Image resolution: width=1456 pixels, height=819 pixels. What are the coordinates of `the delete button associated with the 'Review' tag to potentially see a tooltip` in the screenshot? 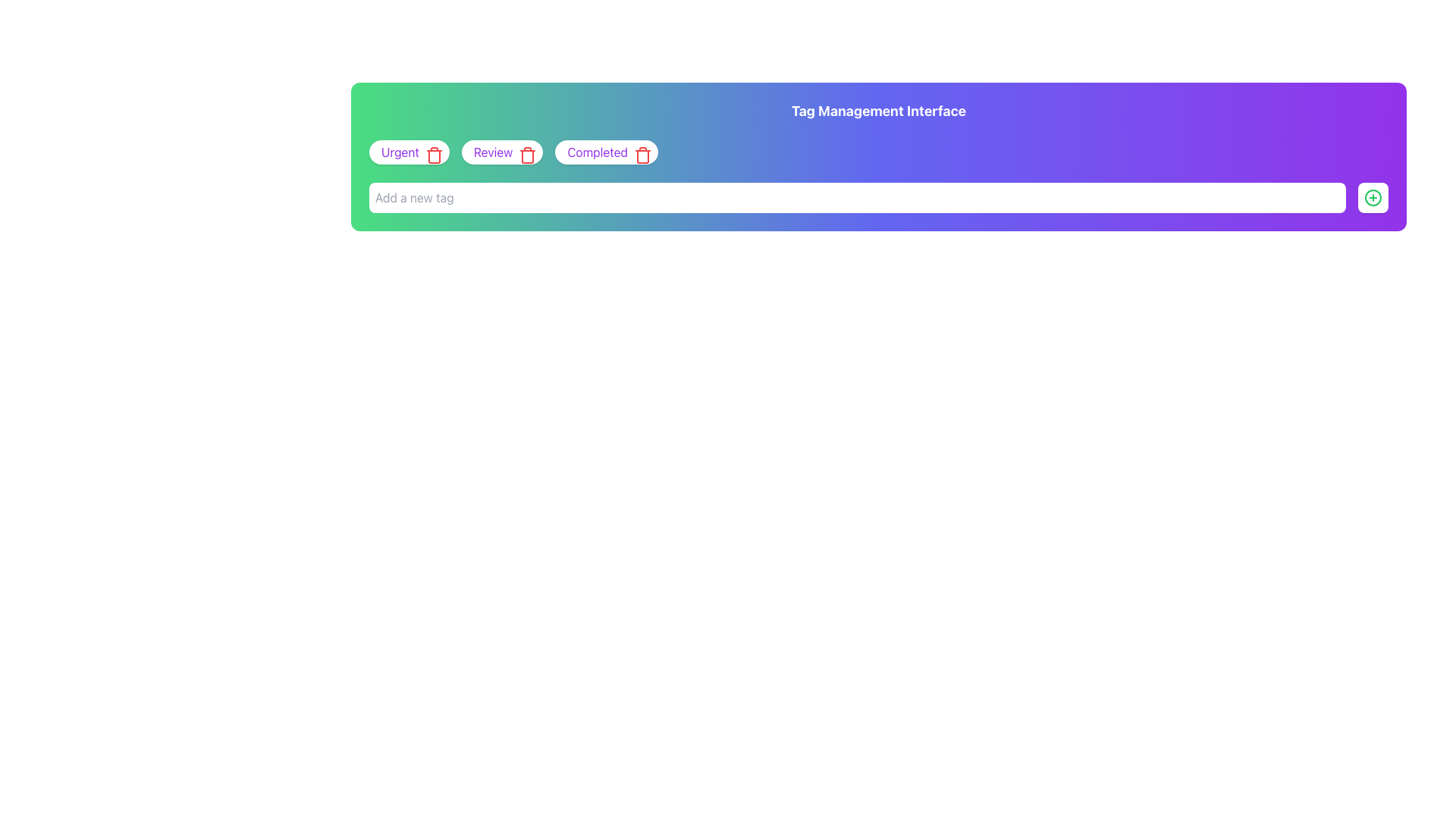 It's located at (528, 155).